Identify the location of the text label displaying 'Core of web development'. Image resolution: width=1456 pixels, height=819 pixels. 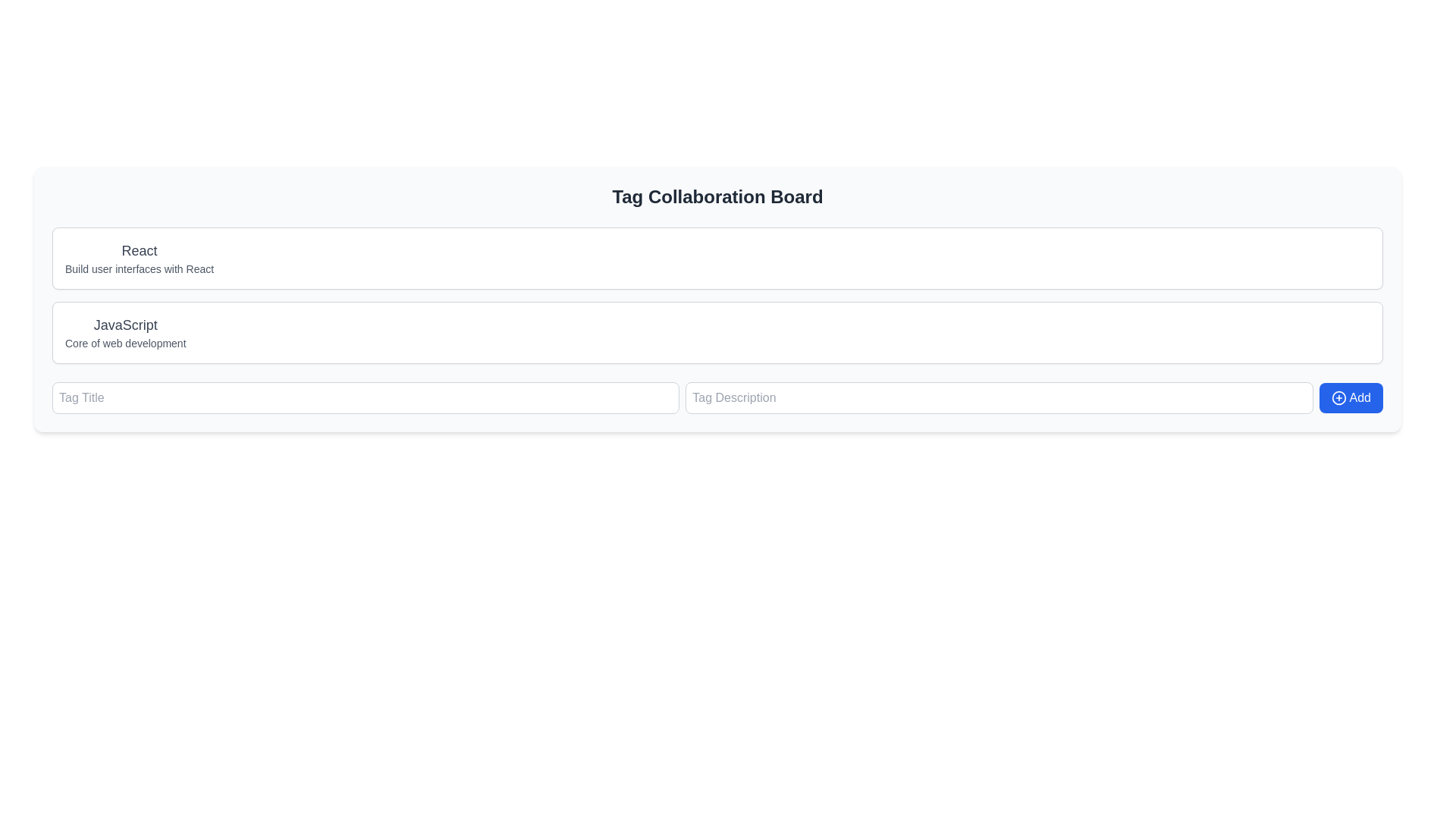
(125, 343).